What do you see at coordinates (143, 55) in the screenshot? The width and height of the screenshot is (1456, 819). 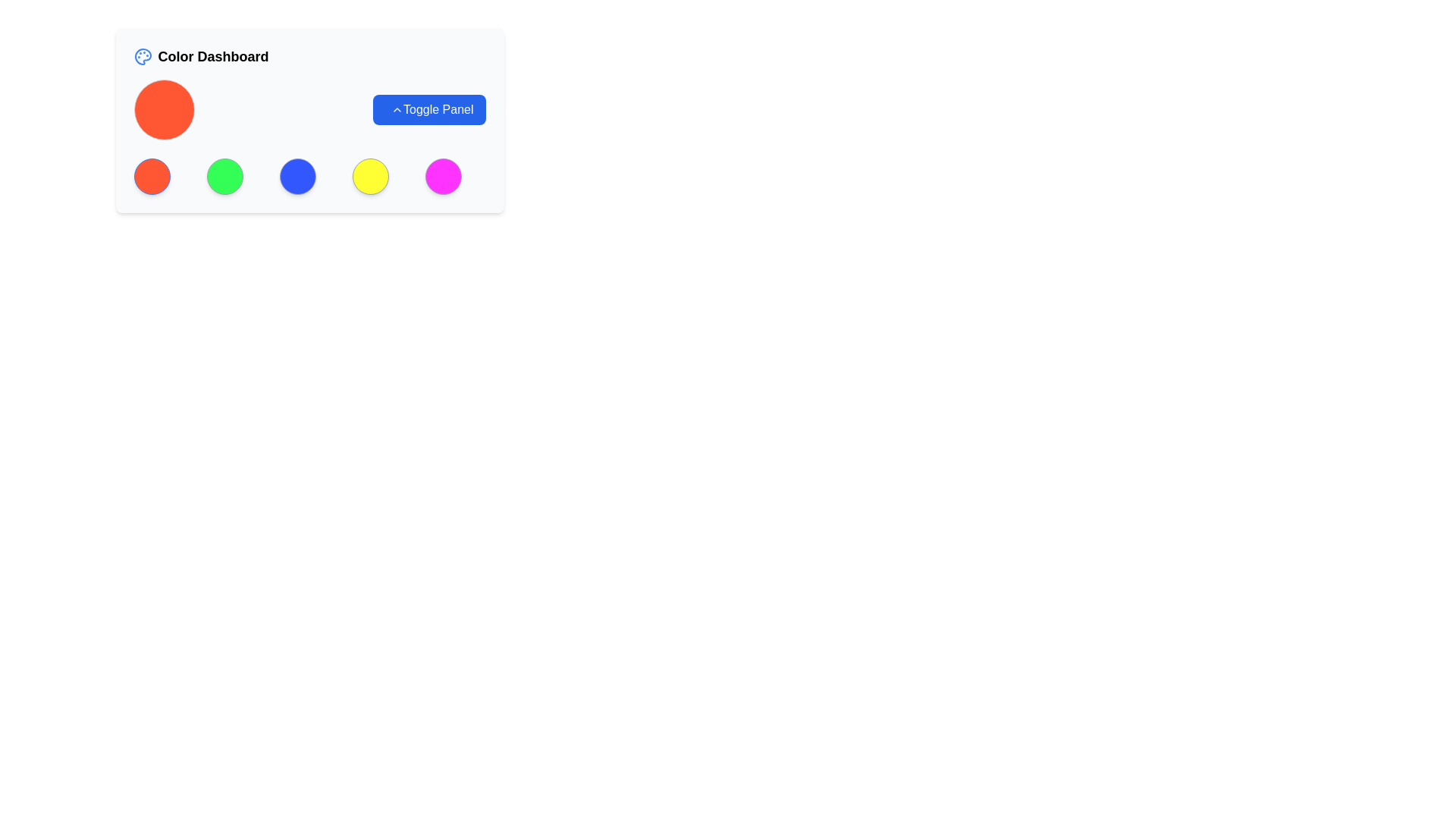 I see `the main circular shape of the palette icon located in the header bar, which is to the left of the 'Color Dashboard' text` at bounding box center [143, 55].